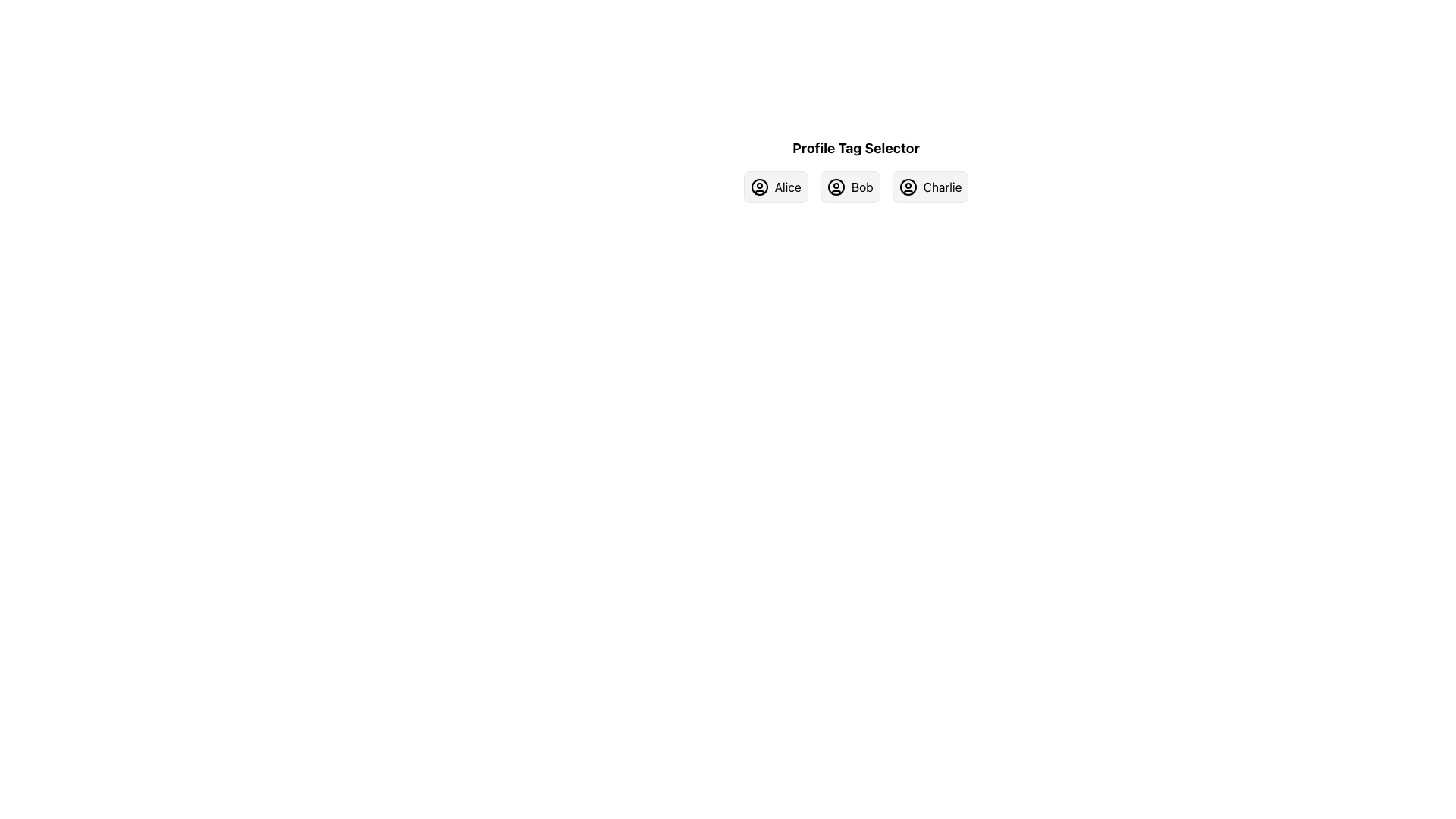  I want to click on the user profile icon, which is a circular icon with a head and shoulders depiction, located to the left of the 'Bob' and 'Charlie' elements in the clickable area labeled 'Alice', so click(759, 186).